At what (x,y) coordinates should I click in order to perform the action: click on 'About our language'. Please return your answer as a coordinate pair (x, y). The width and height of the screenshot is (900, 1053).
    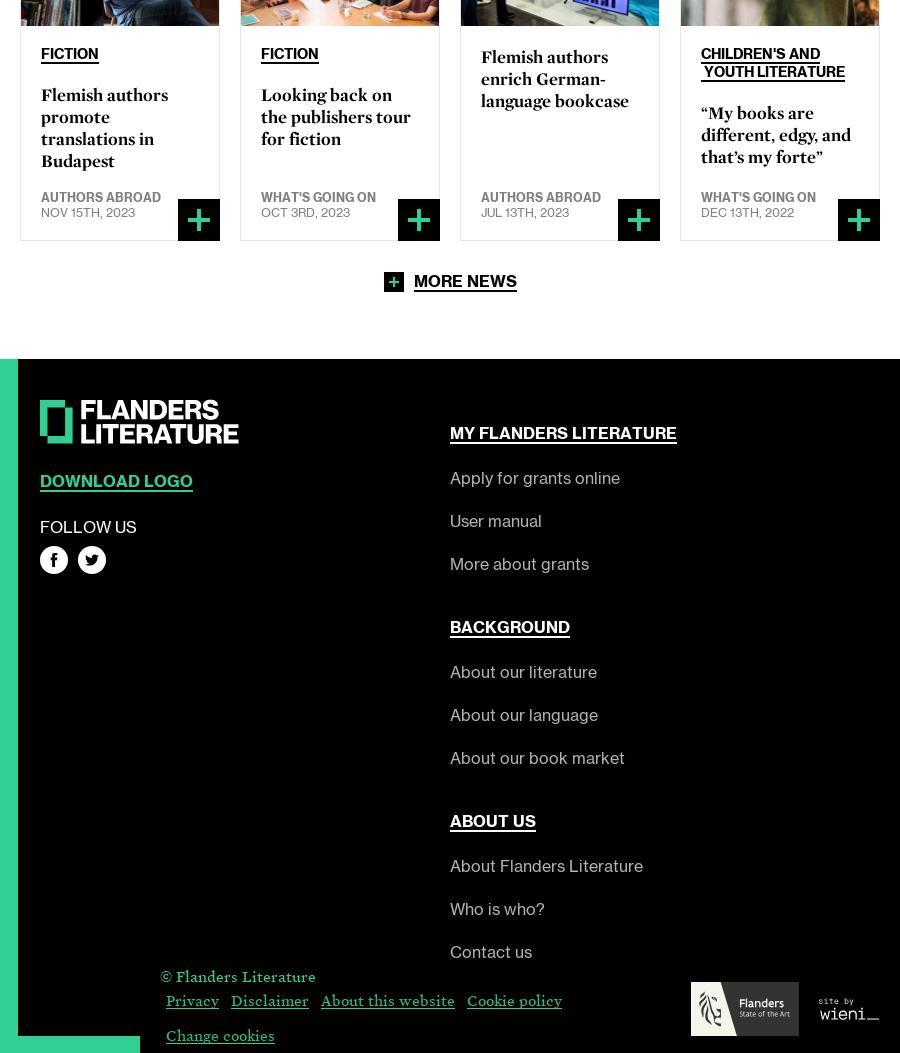
    Looking at the image, I should click on (522, 714).